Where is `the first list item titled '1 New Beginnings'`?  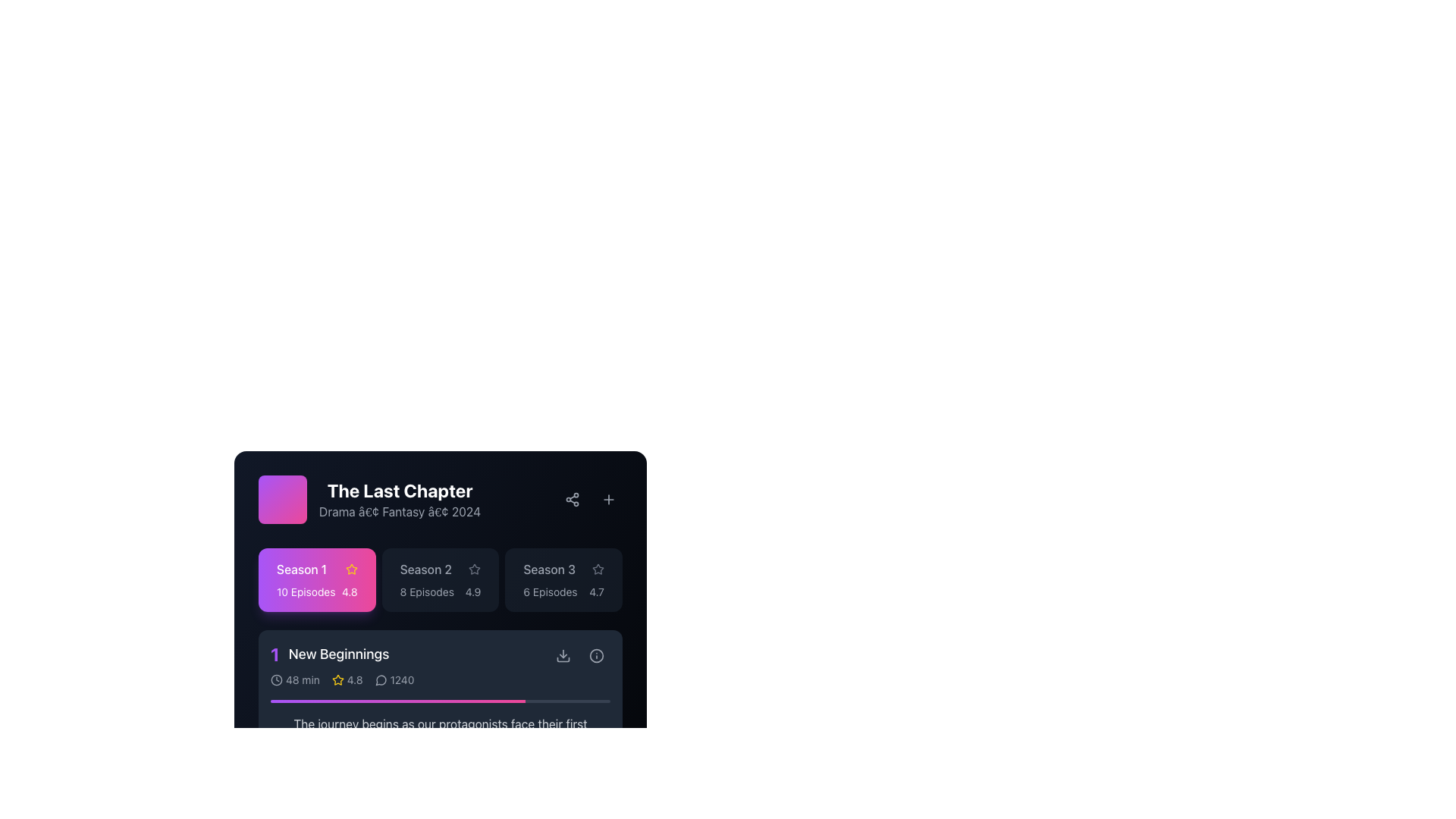
the first list item titled '1 New Beginnings' is located at coordinates (439, 664).